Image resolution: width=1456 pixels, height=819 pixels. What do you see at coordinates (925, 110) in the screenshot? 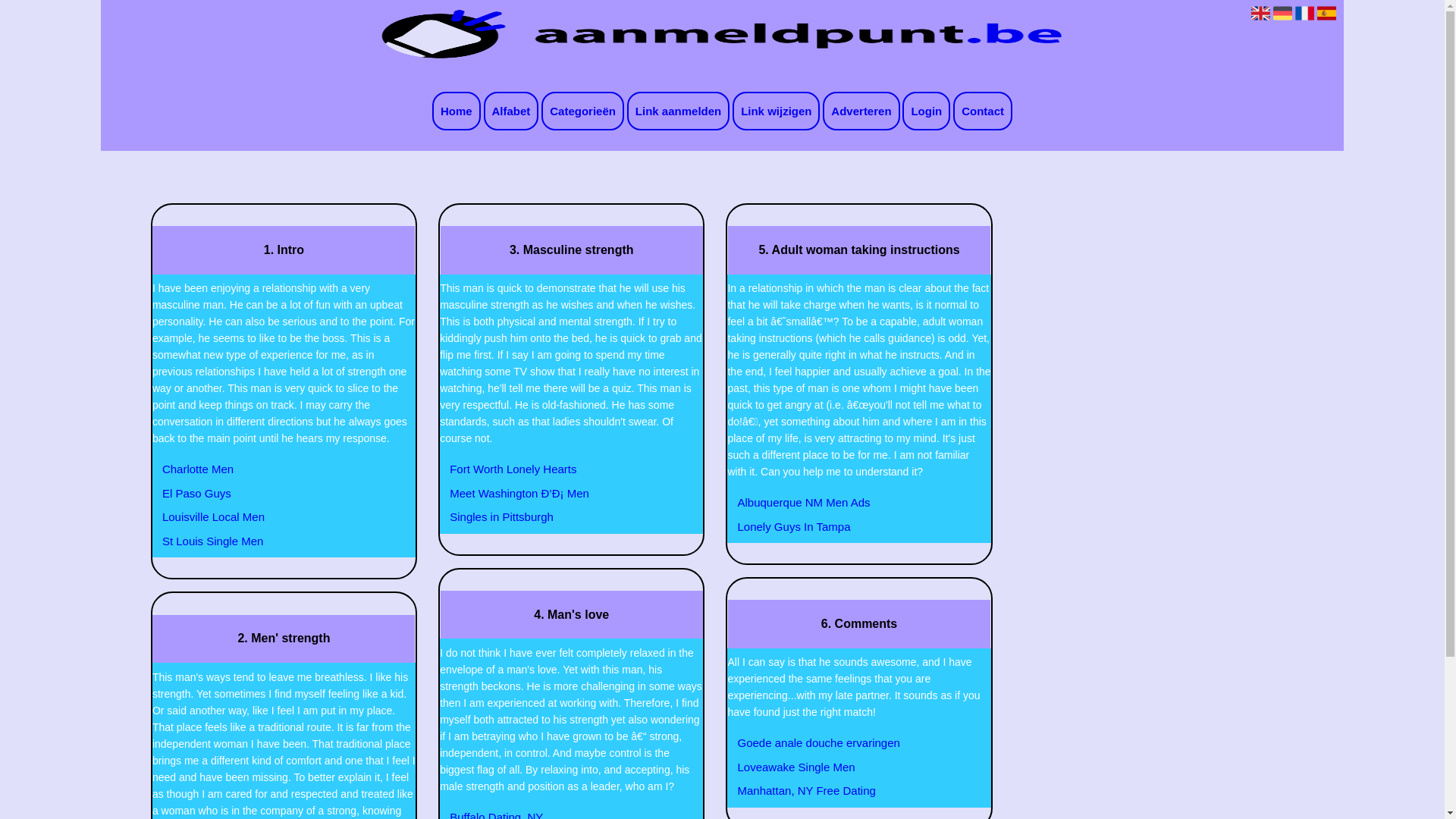
I see `'Login'` at bounding box center [925, 110].